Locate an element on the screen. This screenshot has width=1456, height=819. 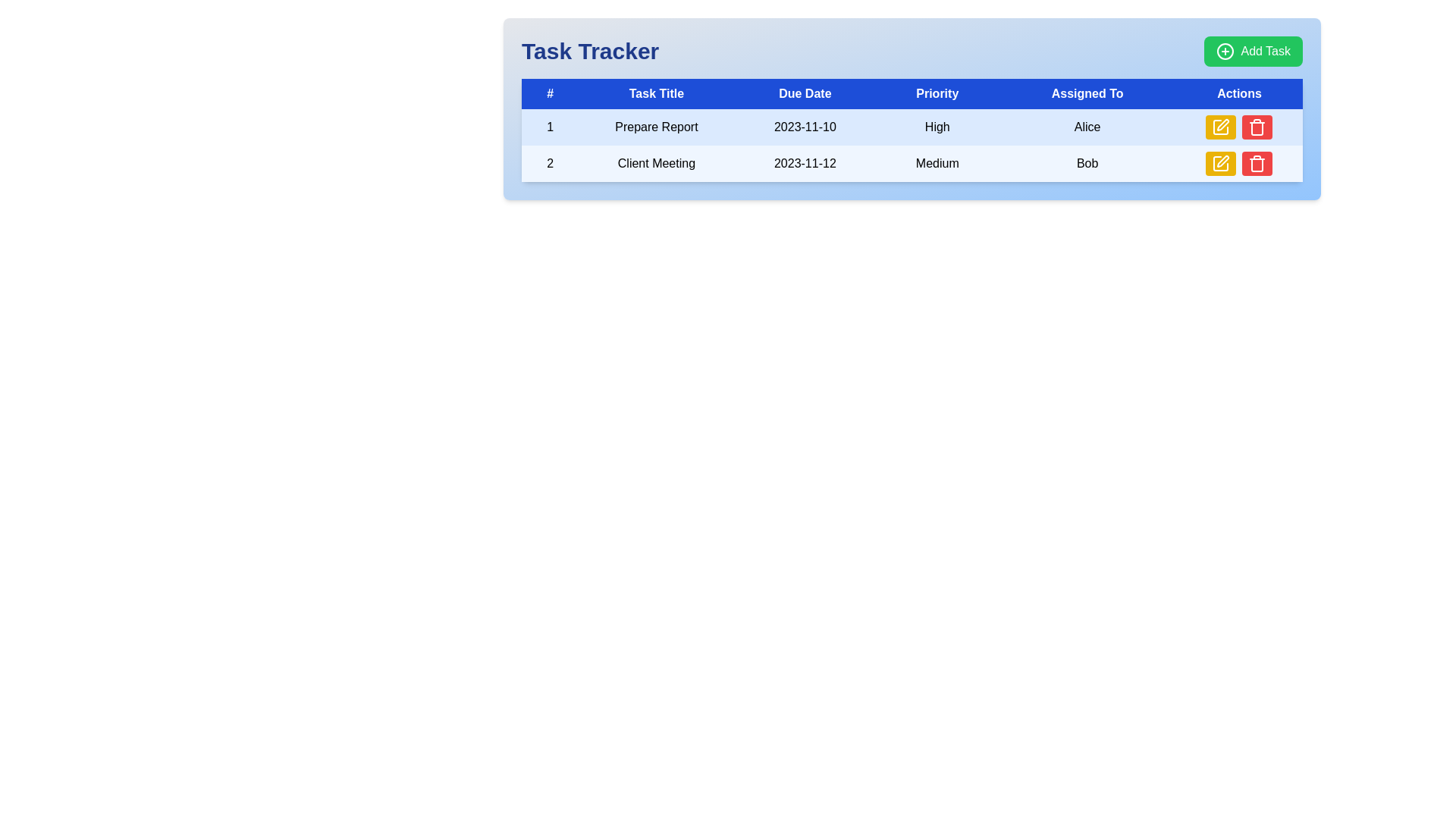
the delete button with a trash can icon, which has a bold red background and is located in the 'Actions' column of the second task titled 'Client Meeting' is located at coordinates (1257, 164).